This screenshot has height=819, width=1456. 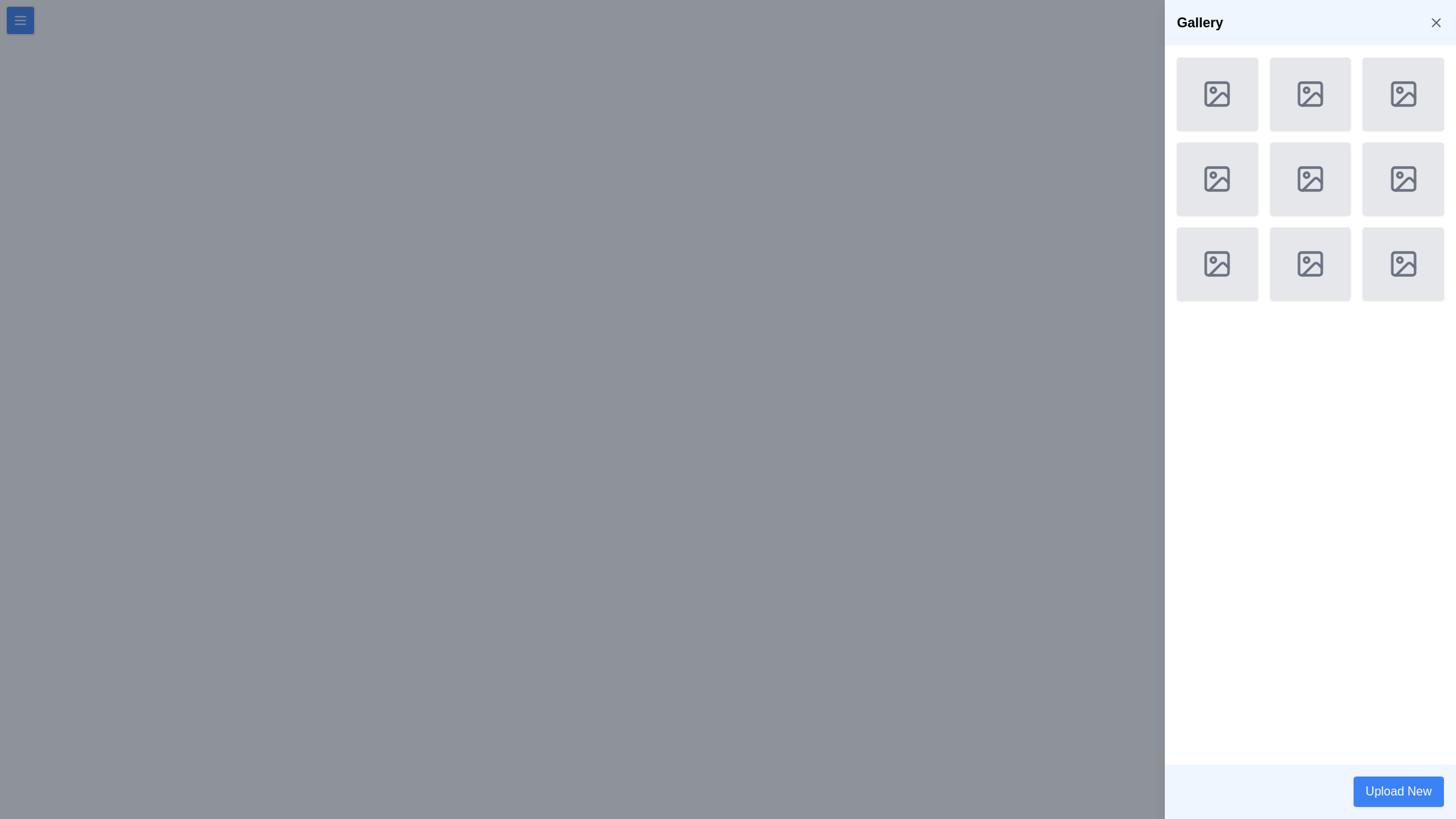 I want to click on the image icon located in the middle row and second column of a 3x3 grid layout in the right panel, which has a light gray background and rounded corners, so click(x=1217, y=177).